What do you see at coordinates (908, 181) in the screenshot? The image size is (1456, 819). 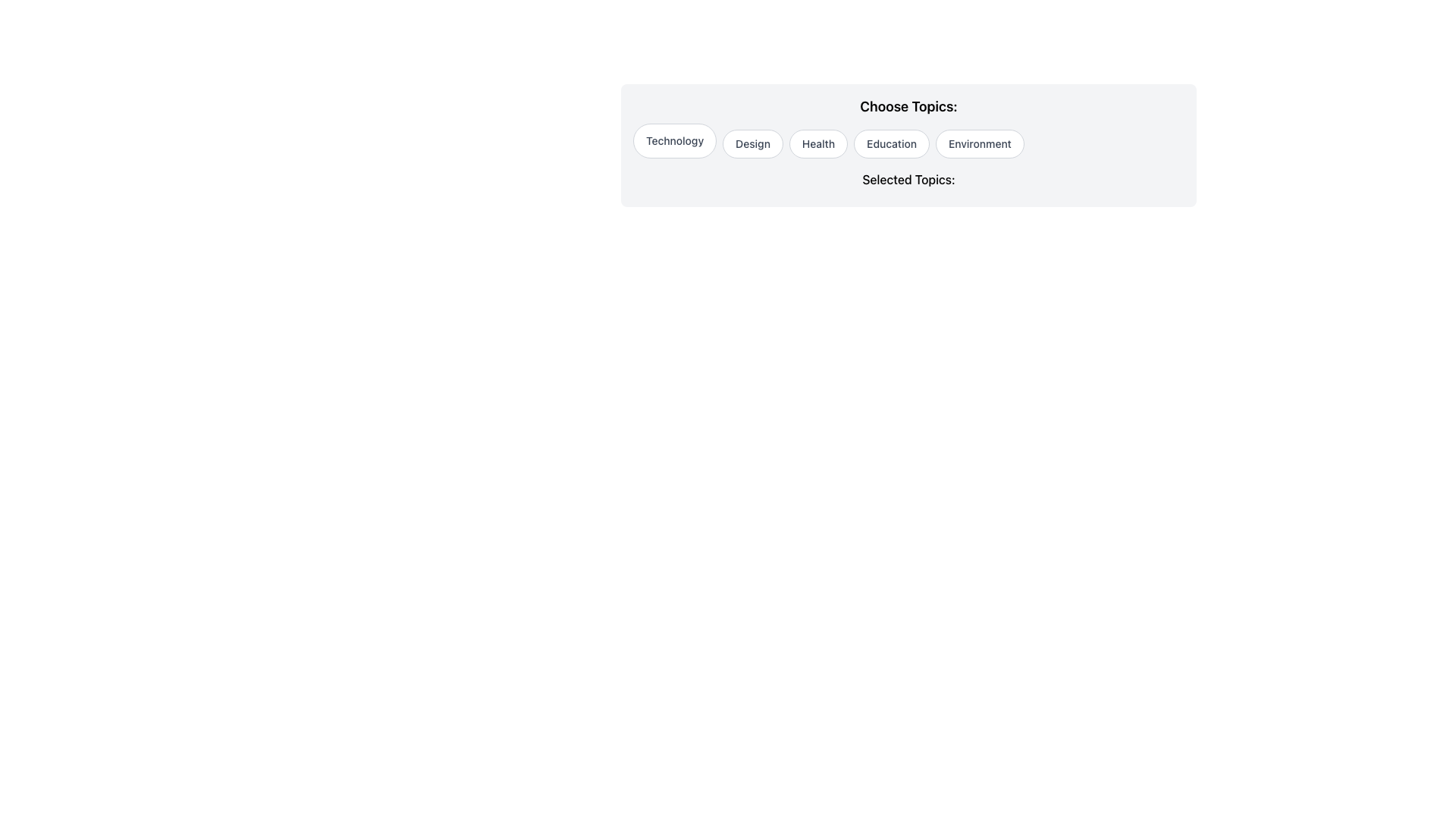 I see `the text label stating 'Selected Topics:' which is positioned beneath the topic selection buttons` at bounding box center [908, 181].